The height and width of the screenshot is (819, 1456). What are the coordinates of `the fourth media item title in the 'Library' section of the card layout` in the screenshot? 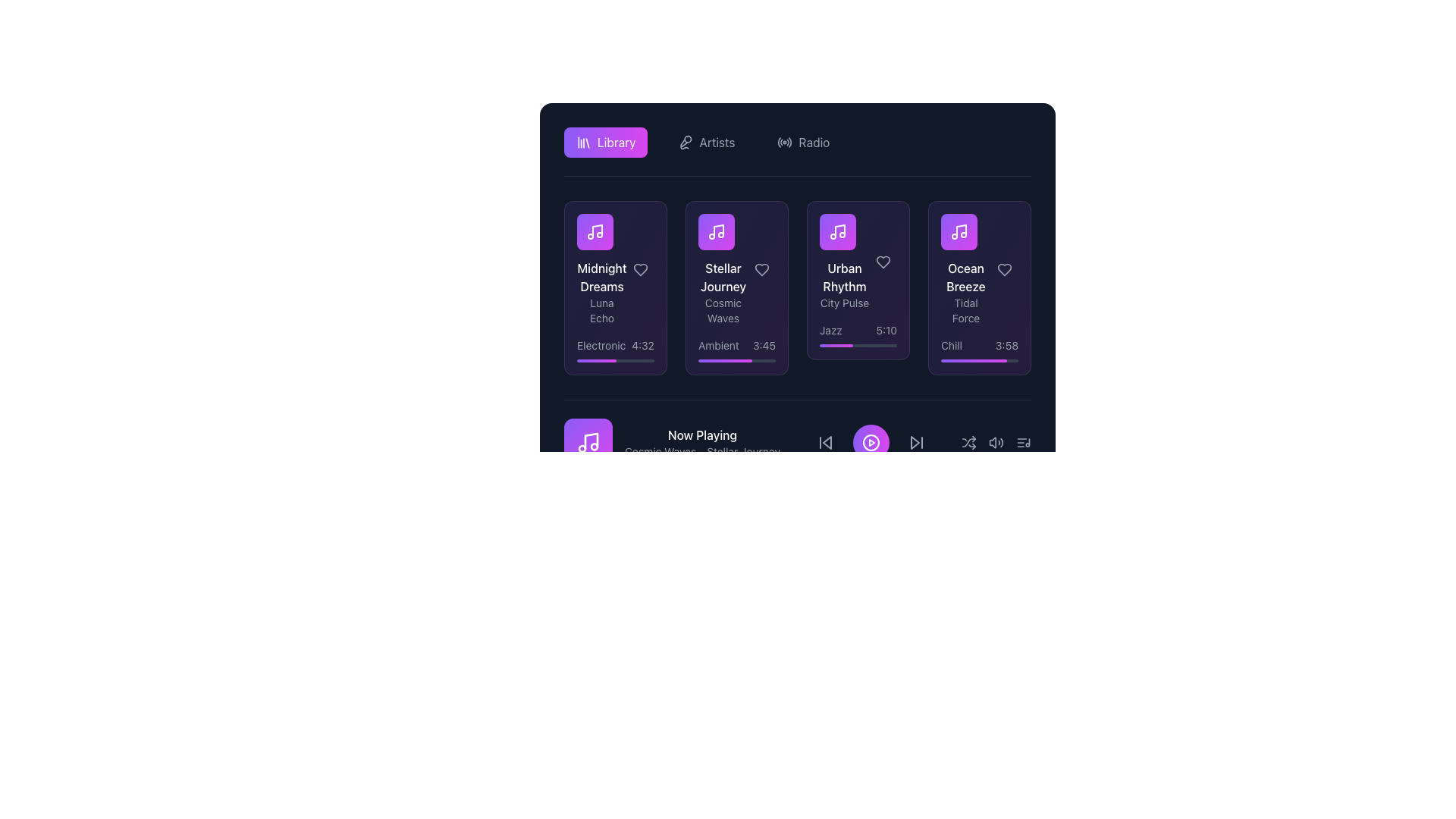 It's located at (965, 268).